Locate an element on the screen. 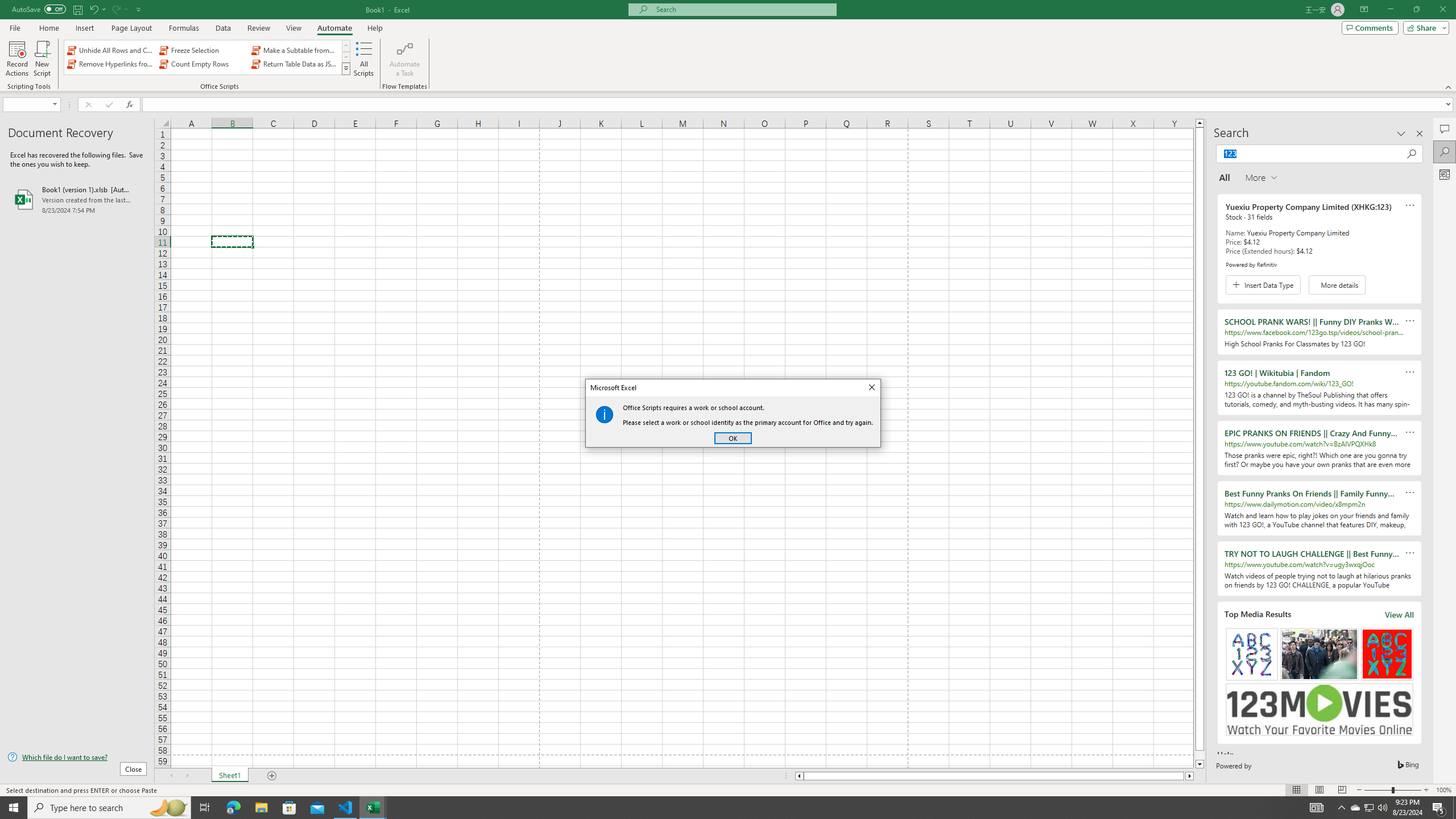  'Scroll Left' is located at coordinates (170, 775).